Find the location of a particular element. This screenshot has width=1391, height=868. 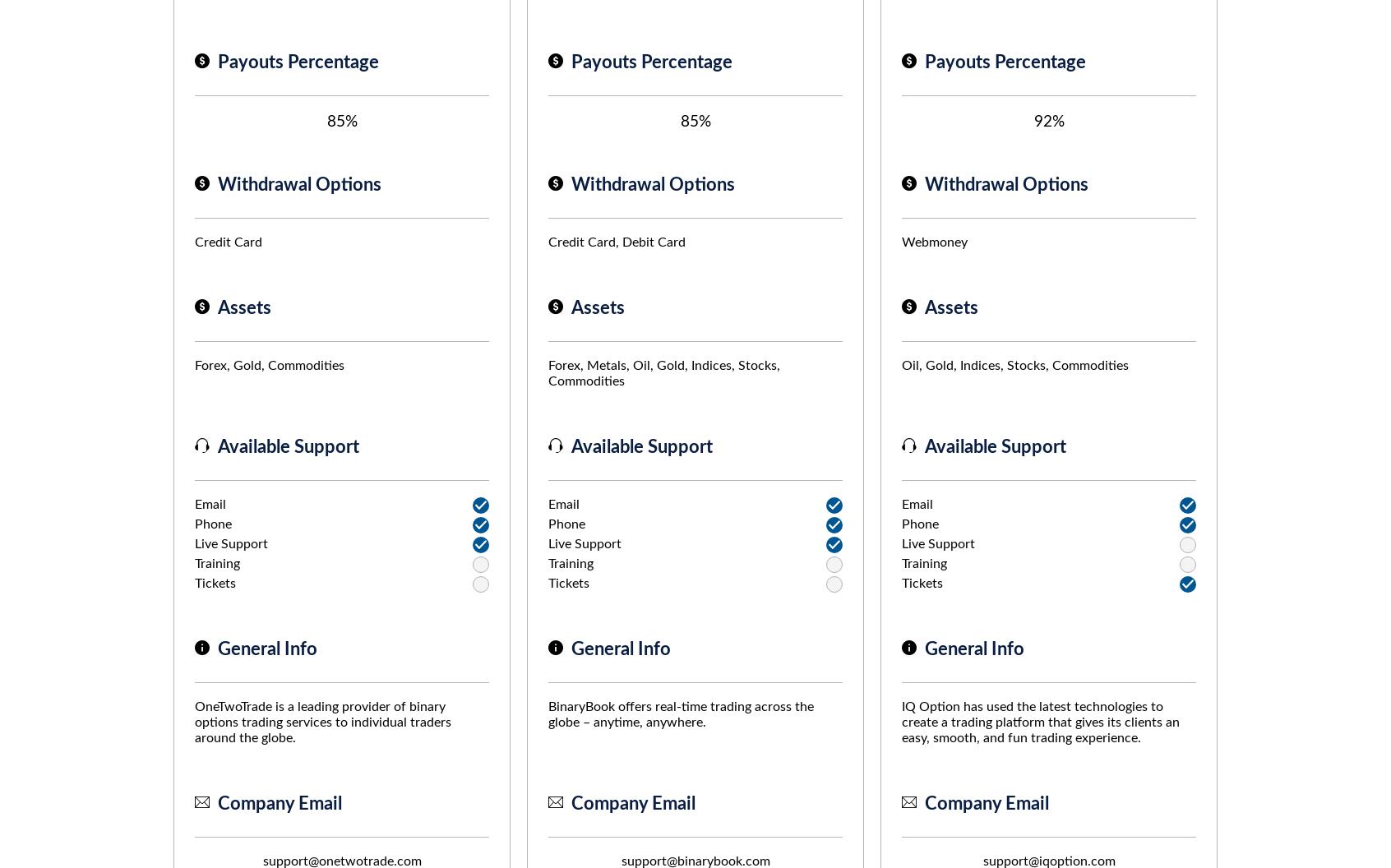

'support@iqoption.com' is located at coordinates (1047, 860).